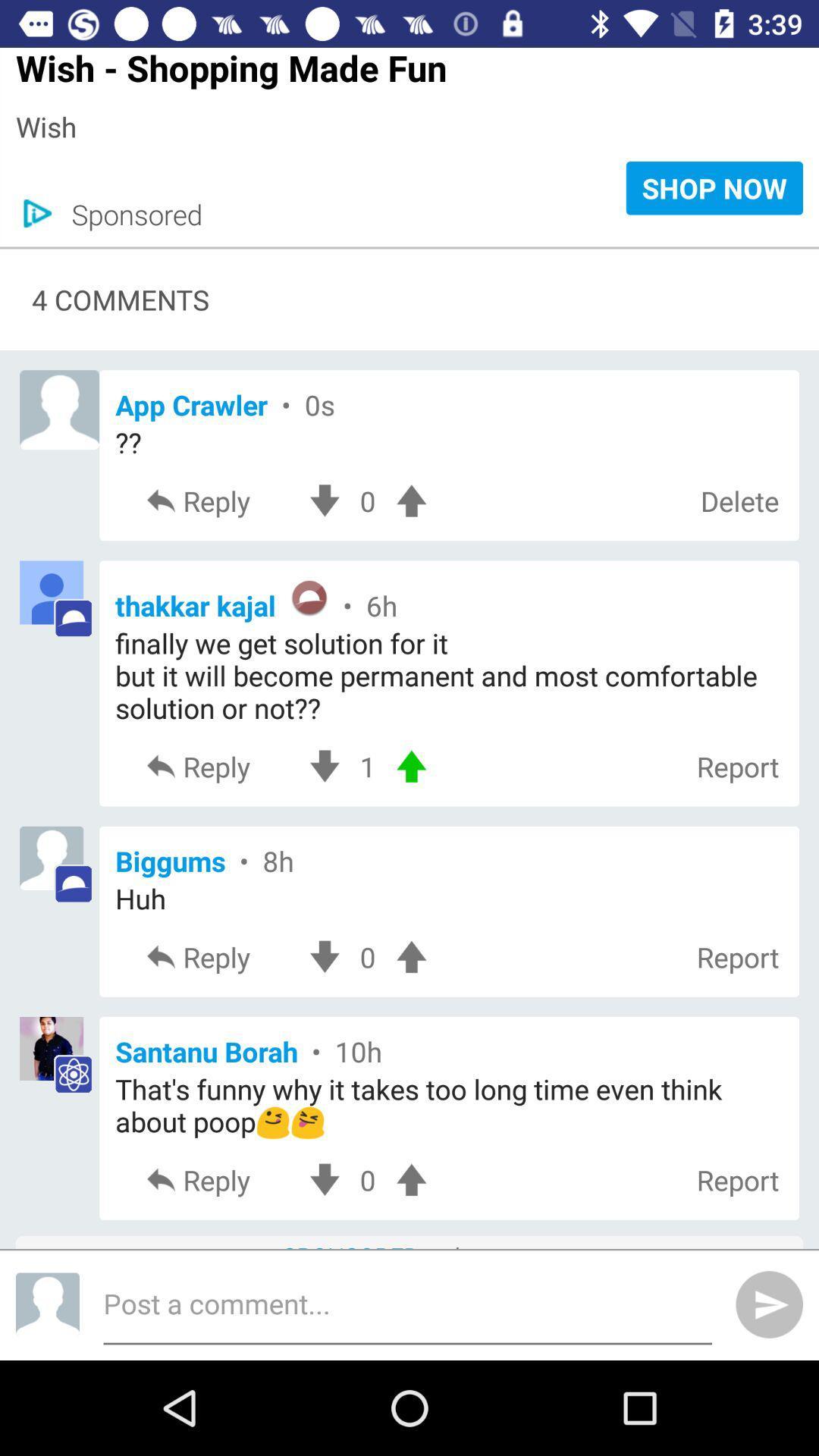 This screenshot has width=819, height=1456. What do you see at coordinates (218, 956) in the screenshot?
I see `text reply just above the text santanu borah` at bounding box center [218, 956].